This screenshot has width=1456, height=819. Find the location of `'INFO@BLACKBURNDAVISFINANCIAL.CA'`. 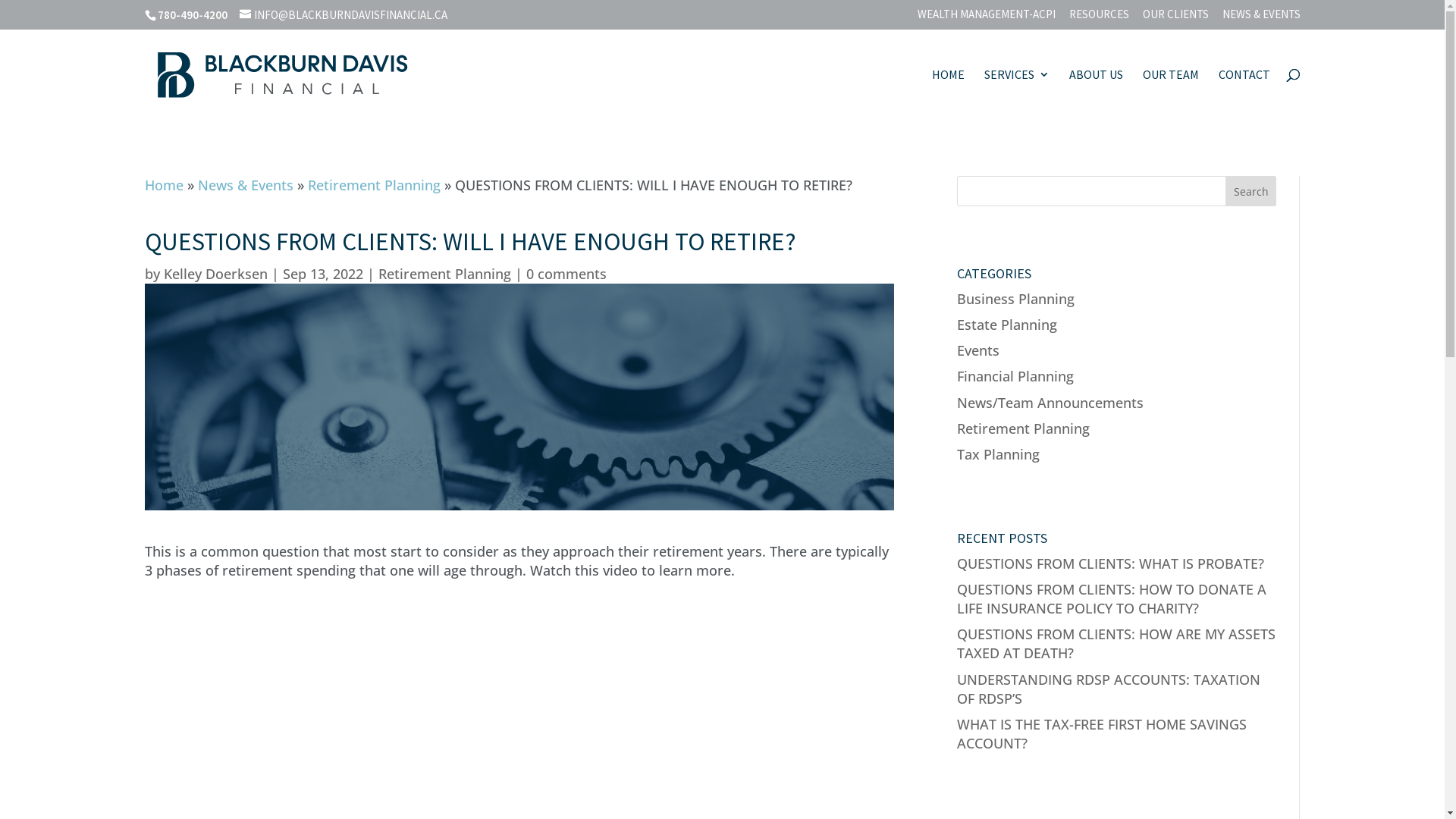

'INFO@BLACKBURNDAVISFINANCIAL.CA' is located at coordinates (342, 14).